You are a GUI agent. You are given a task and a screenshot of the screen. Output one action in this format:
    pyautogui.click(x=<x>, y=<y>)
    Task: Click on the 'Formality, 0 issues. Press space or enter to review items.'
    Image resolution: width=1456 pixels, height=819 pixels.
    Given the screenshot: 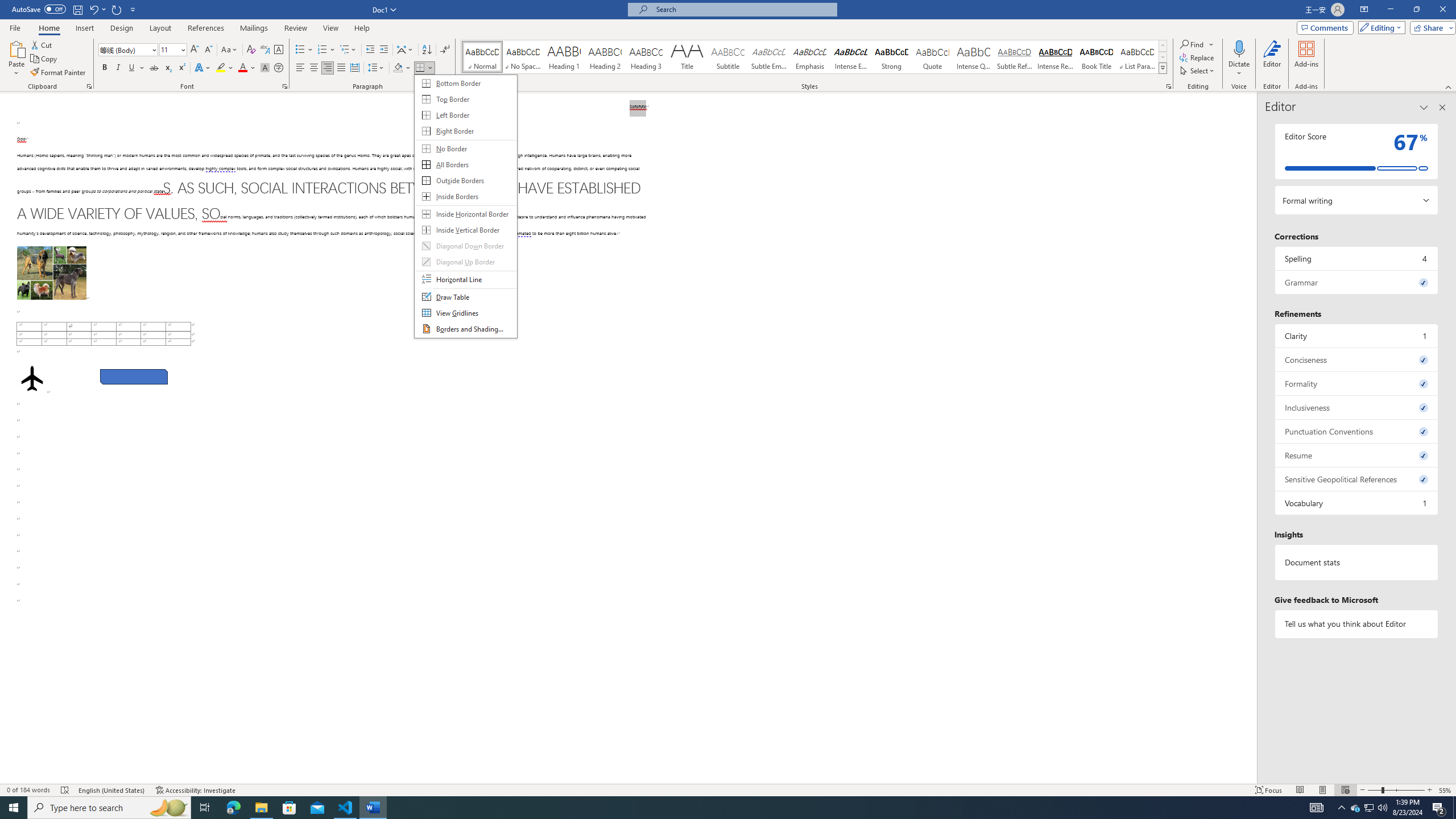 What is the action you would take?
    pyautogui.click(x=1356, y=383)
    